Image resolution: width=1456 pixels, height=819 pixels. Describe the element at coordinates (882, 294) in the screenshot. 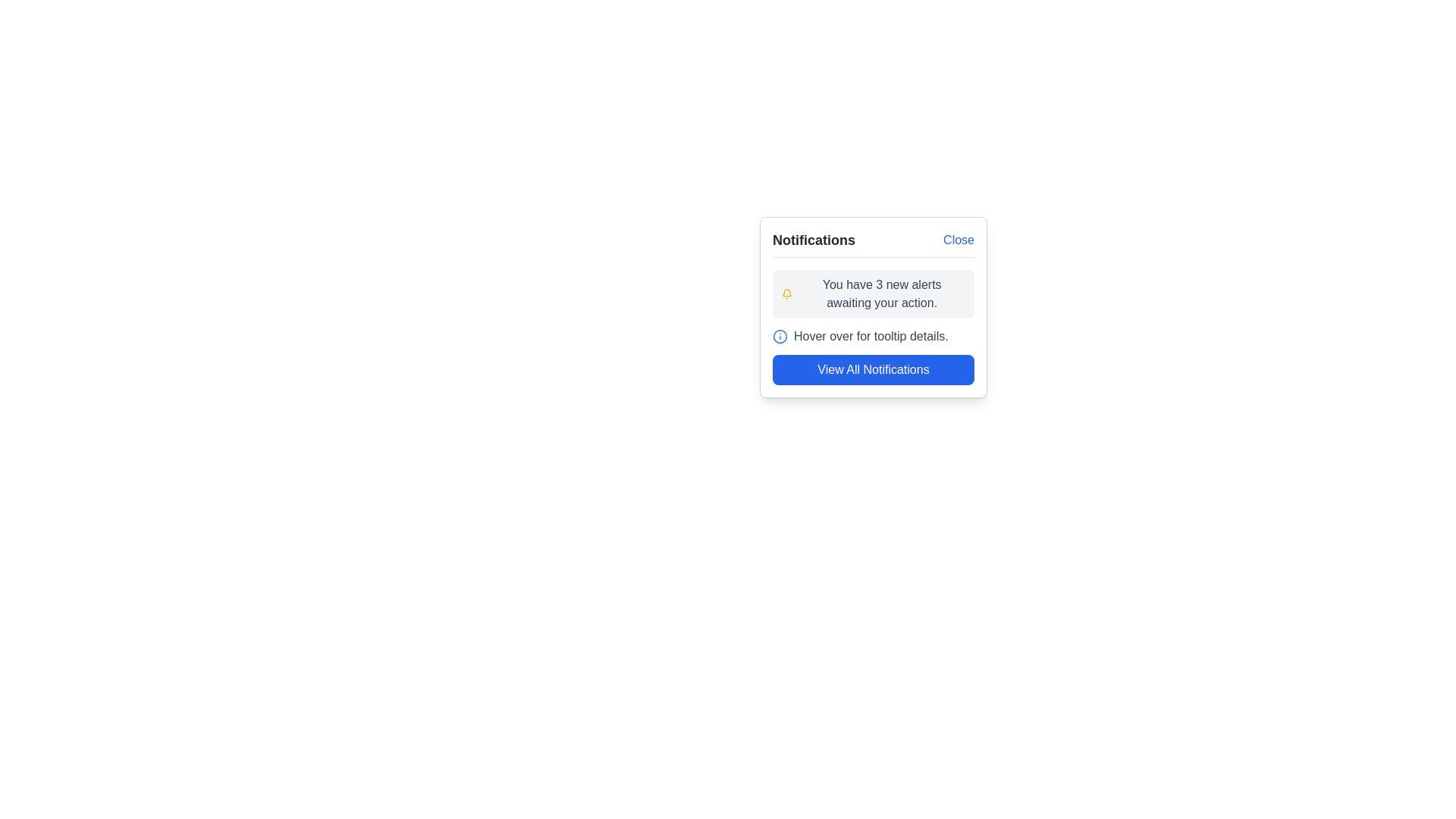

I see `the text label that reads 'You have 3 new alerts awaiting your action.' which is styled with gray text and located in the notification card to the right of the yellow bell icon` at that location.